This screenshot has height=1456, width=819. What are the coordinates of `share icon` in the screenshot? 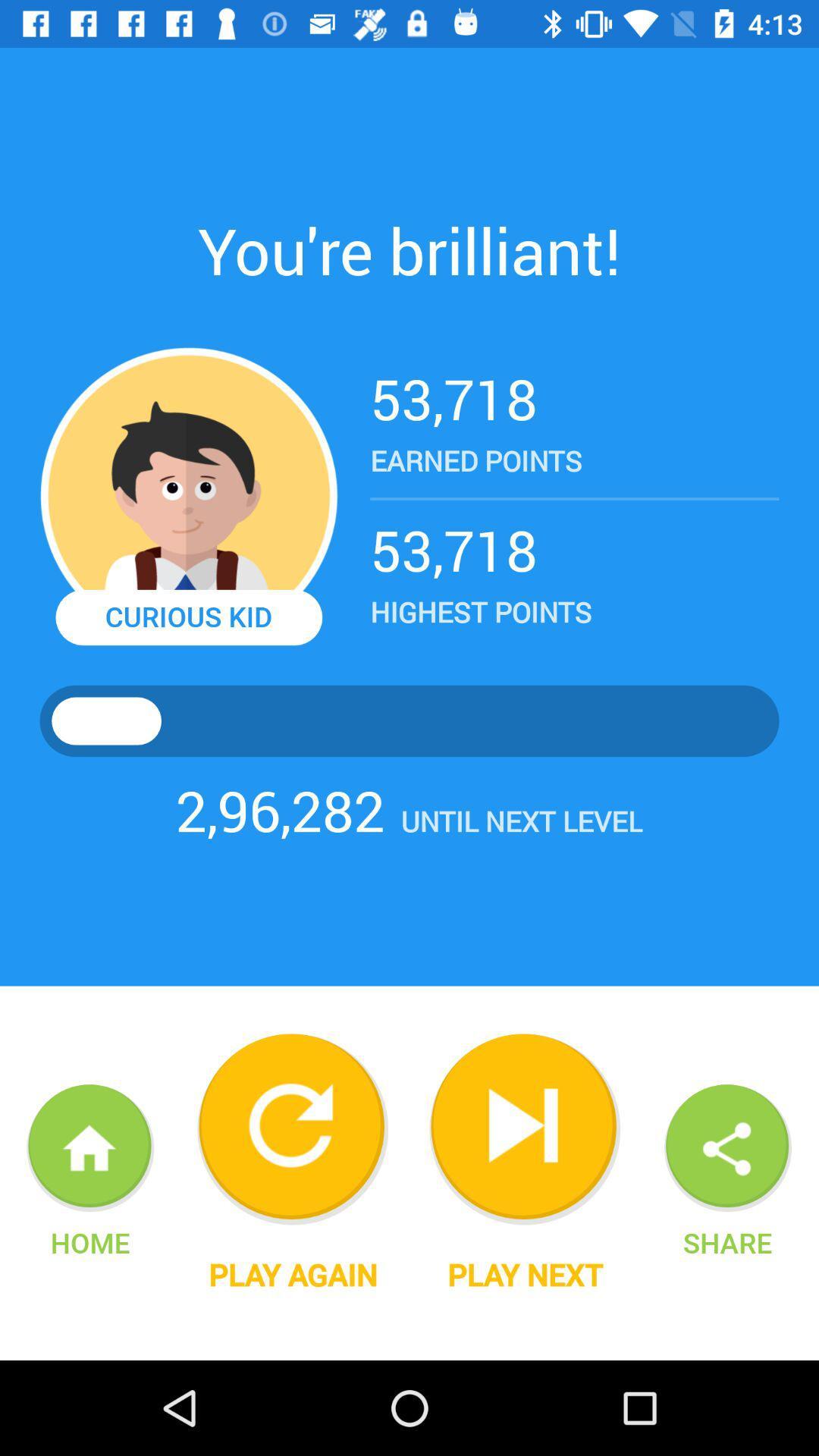 It's located at (726, 1242).